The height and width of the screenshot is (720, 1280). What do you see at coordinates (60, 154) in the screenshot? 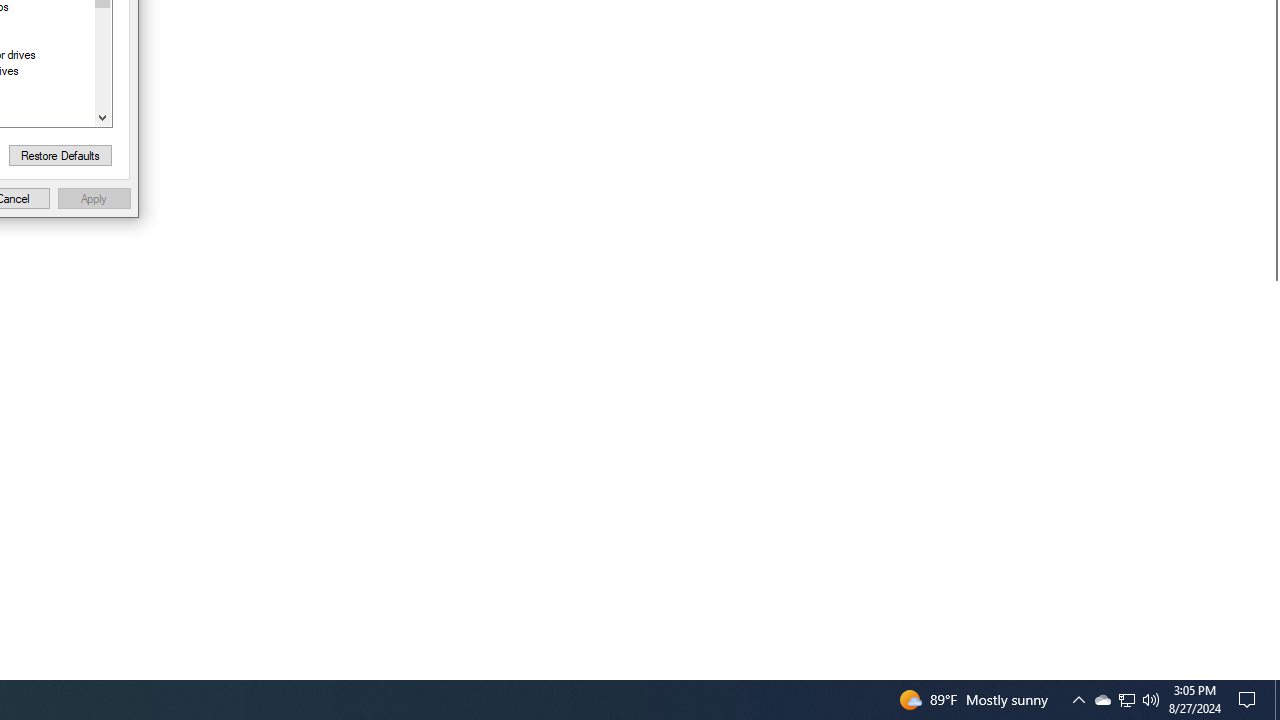
I see `'Restore Defaults'` at bounding box center [60, 154].